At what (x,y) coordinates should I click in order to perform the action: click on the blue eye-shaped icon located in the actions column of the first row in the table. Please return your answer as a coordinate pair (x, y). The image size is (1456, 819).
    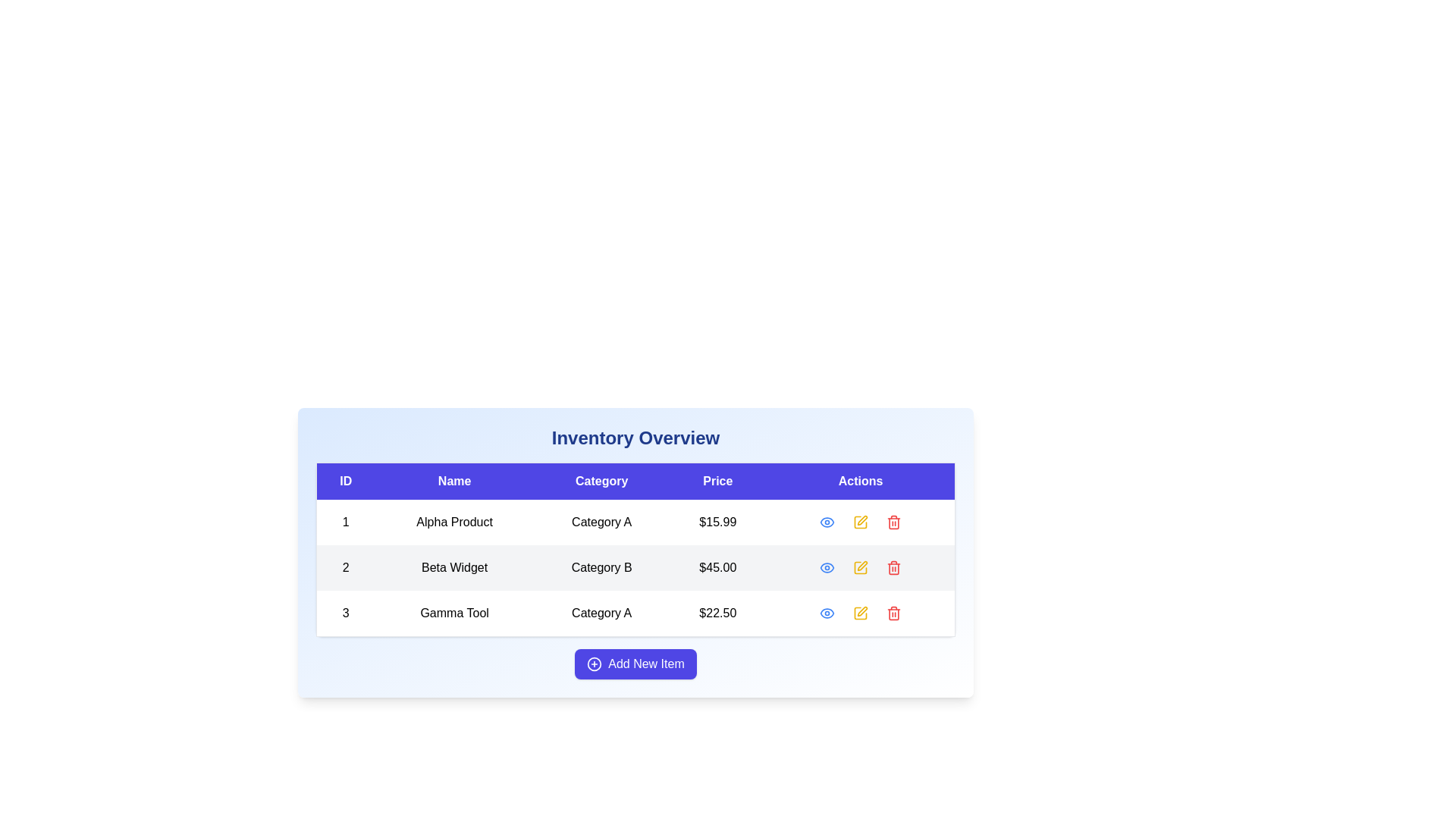
    Looking at the image, I should click on (826, 522).